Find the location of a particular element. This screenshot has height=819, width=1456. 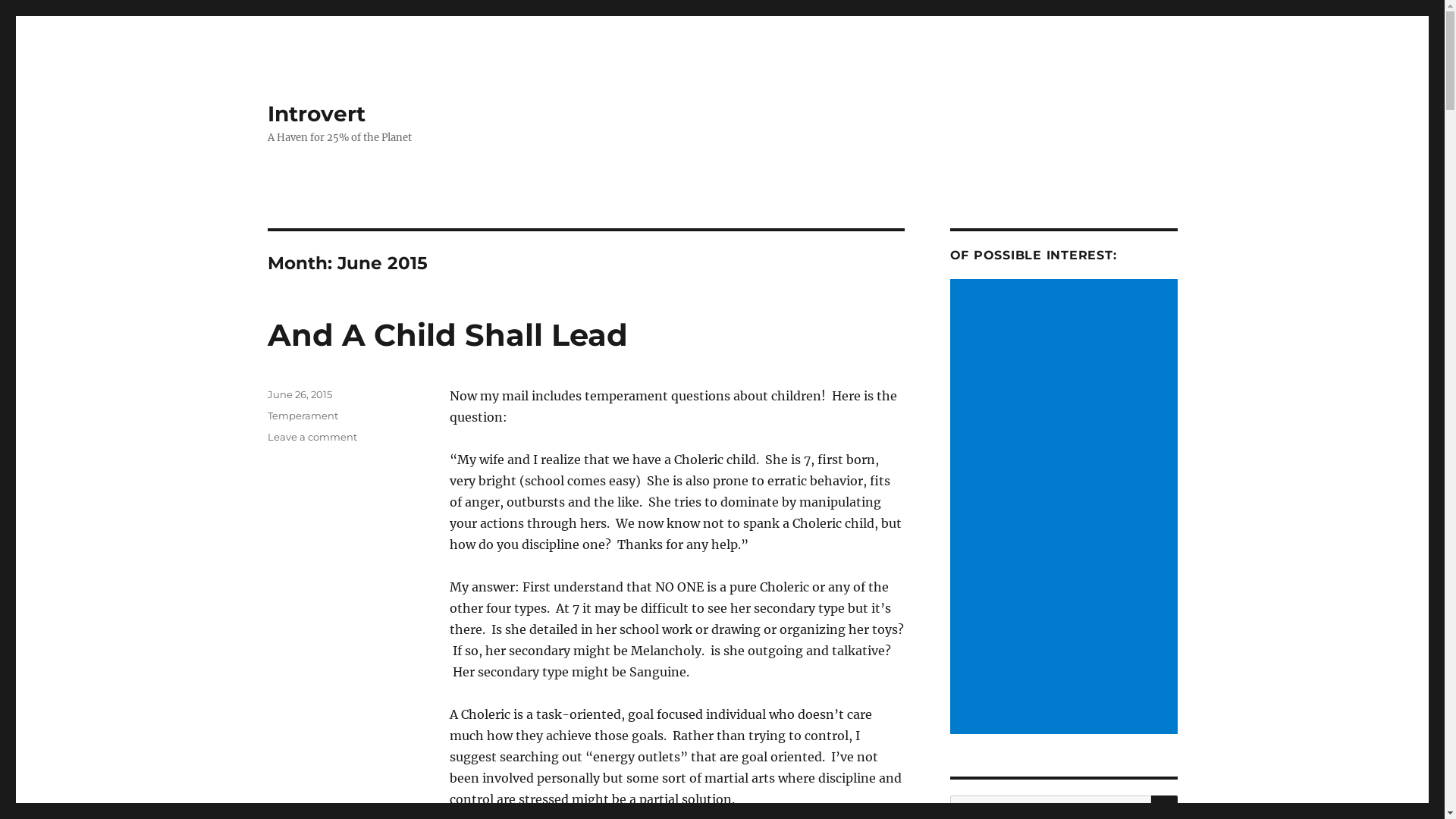

'June 26, 2015' is located at coordinates (266, 394).